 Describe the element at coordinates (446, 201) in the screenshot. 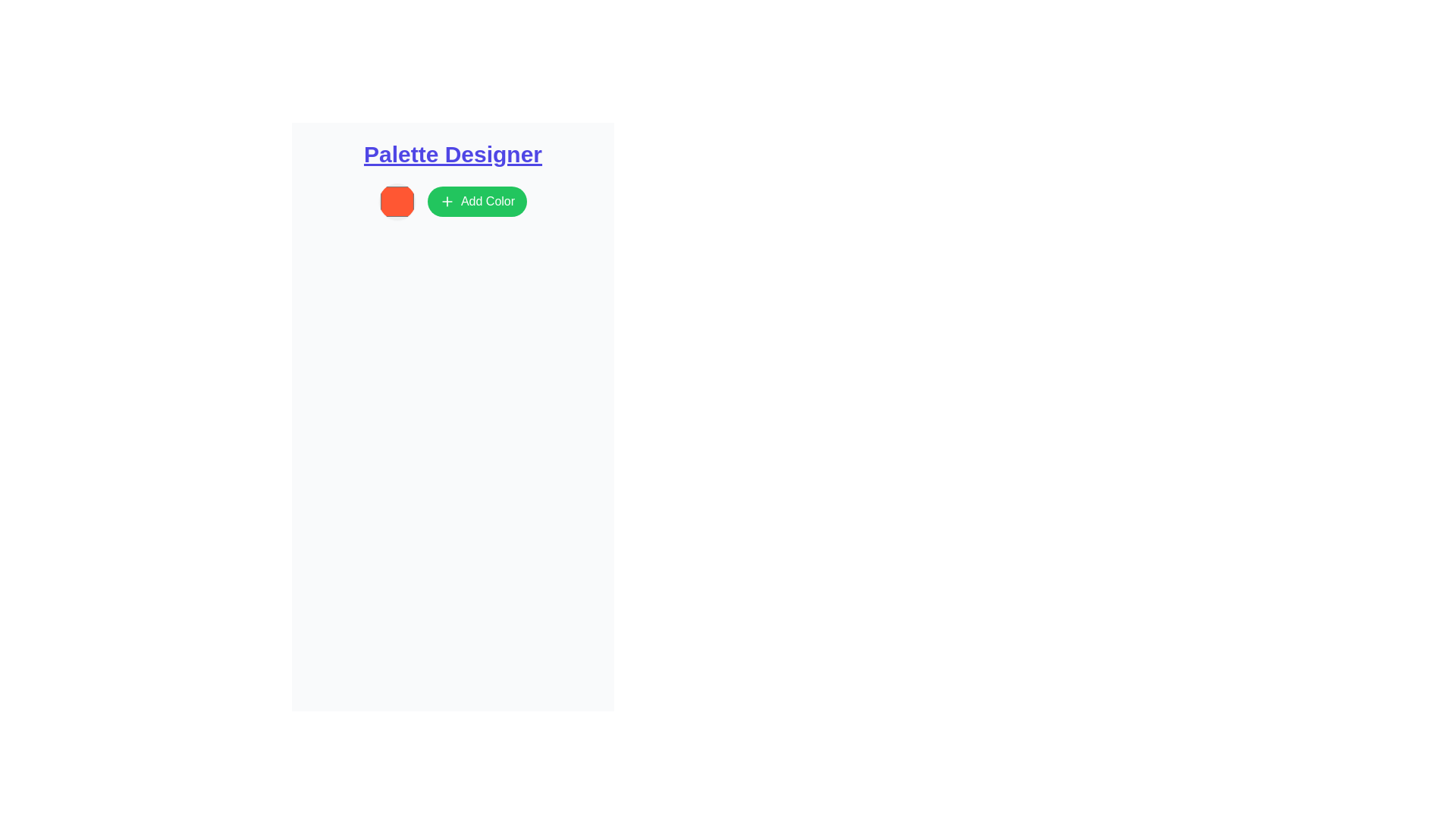

I see `the green button labeled 'Add Color' which contains an icon for adding a color, positioned to the right of a red octagonal button` at that location.